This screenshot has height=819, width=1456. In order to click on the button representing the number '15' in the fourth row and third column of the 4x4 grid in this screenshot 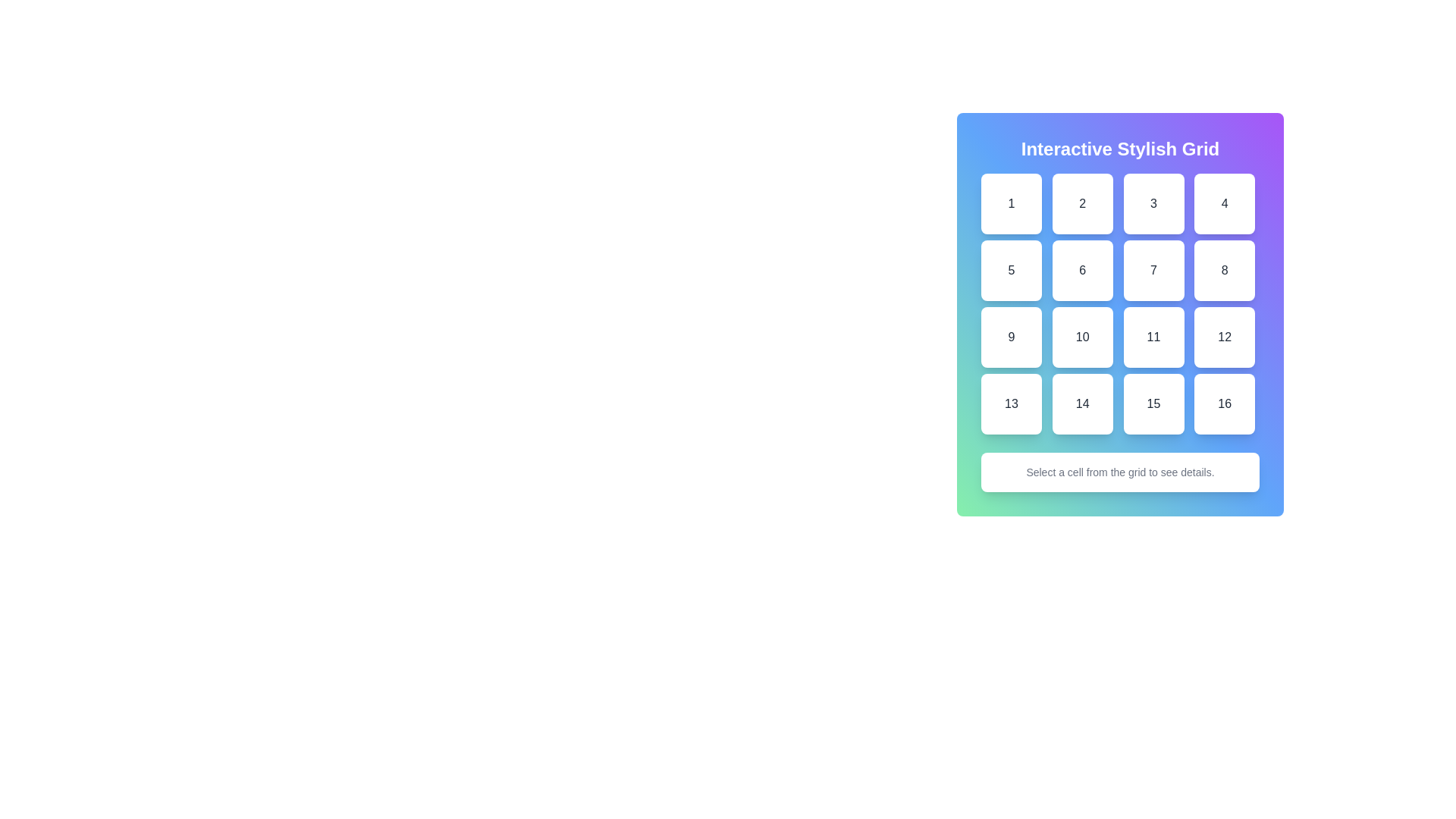, I will do `click(1153, 403)`.